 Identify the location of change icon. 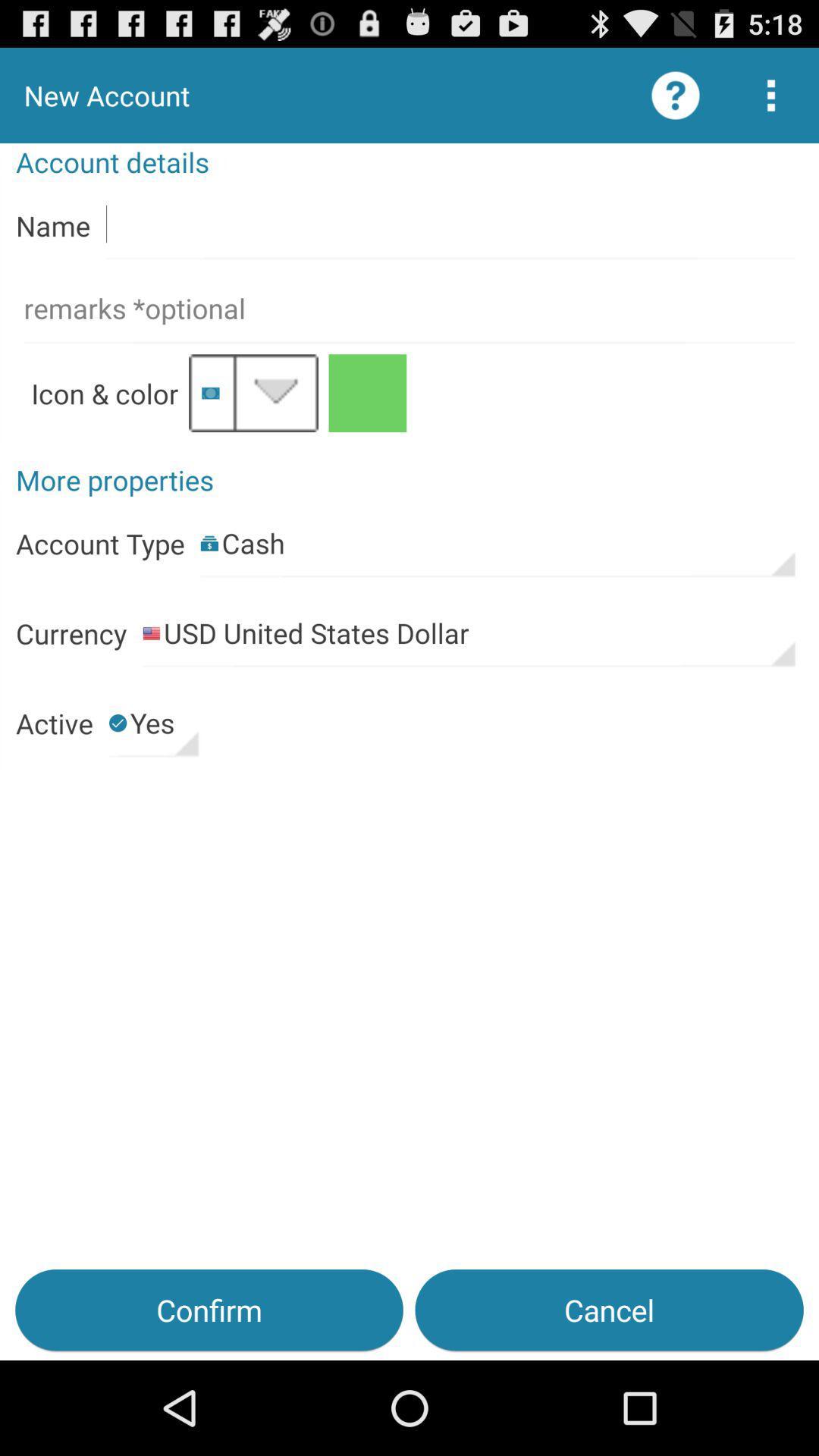
(253, 393).